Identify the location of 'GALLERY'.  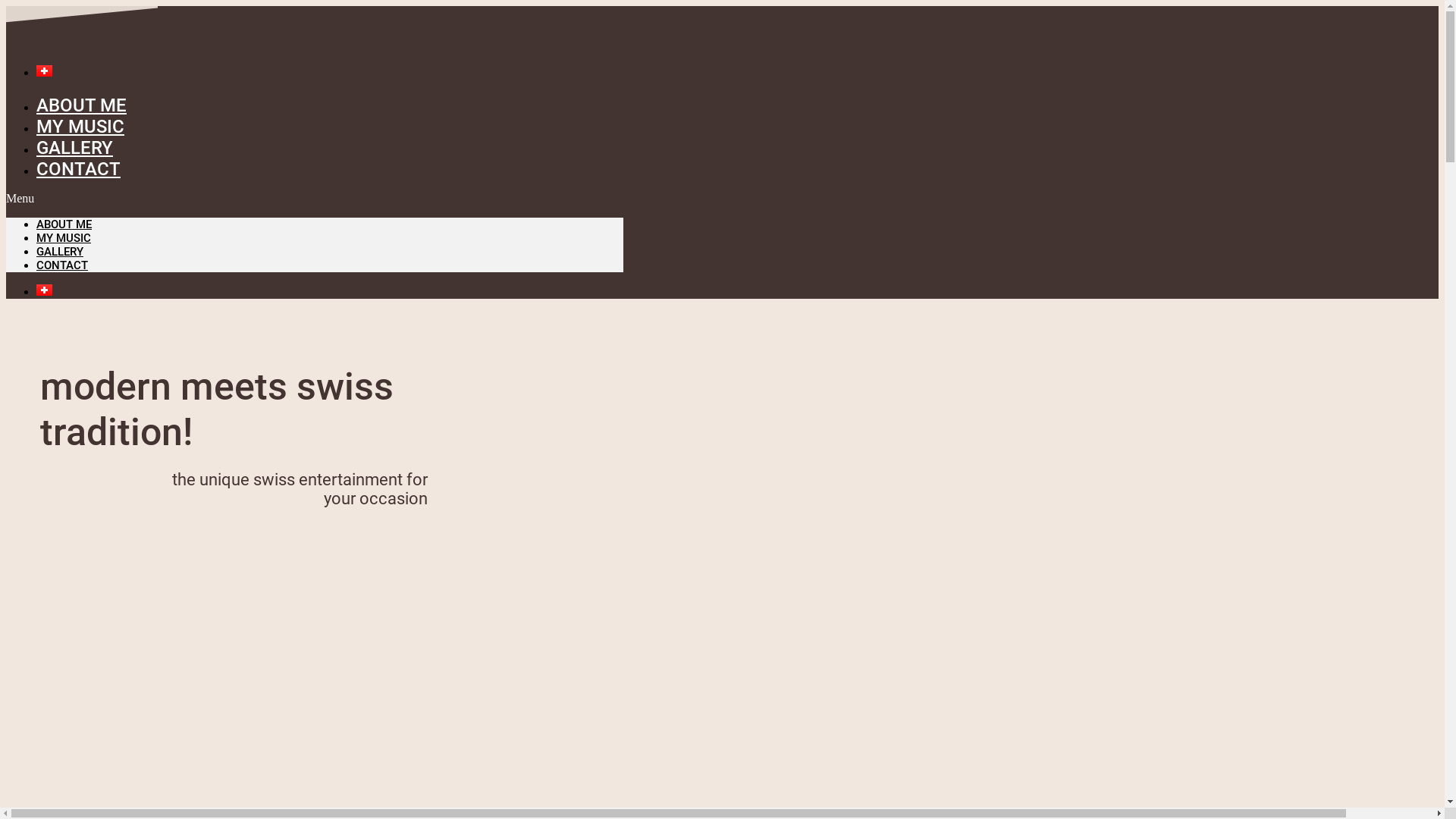
(59, 250).